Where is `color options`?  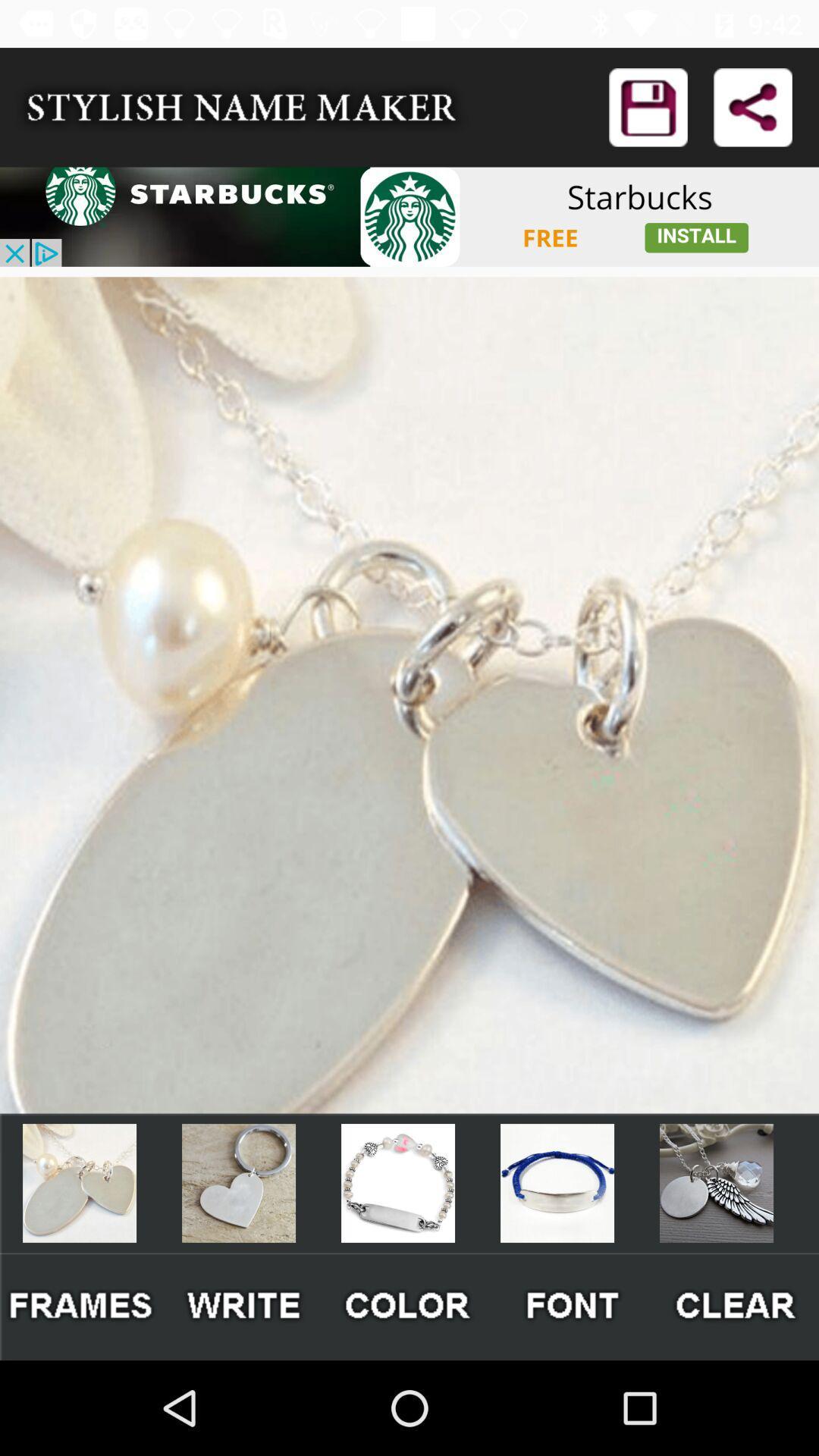 color options is located at coordinates (408, 1306).